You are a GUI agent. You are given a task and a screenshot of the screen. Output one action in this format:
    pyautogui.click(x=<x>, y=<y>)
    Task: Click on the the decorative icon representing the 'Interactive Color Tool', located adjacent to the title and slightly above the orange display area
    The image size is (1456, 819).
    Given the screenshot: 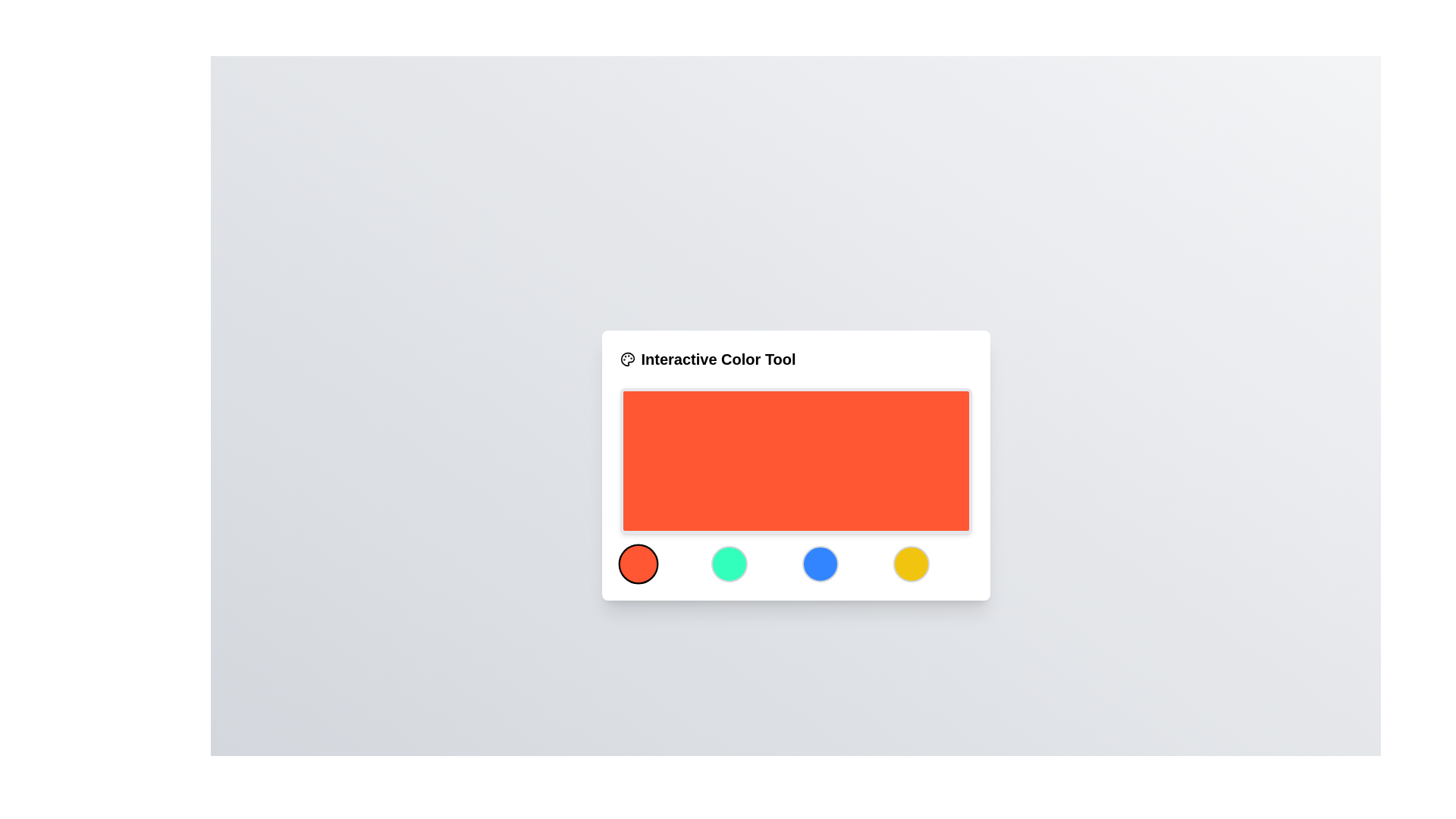 What is the action you would take?
    pyautogui.click(x=627, y=359)
    